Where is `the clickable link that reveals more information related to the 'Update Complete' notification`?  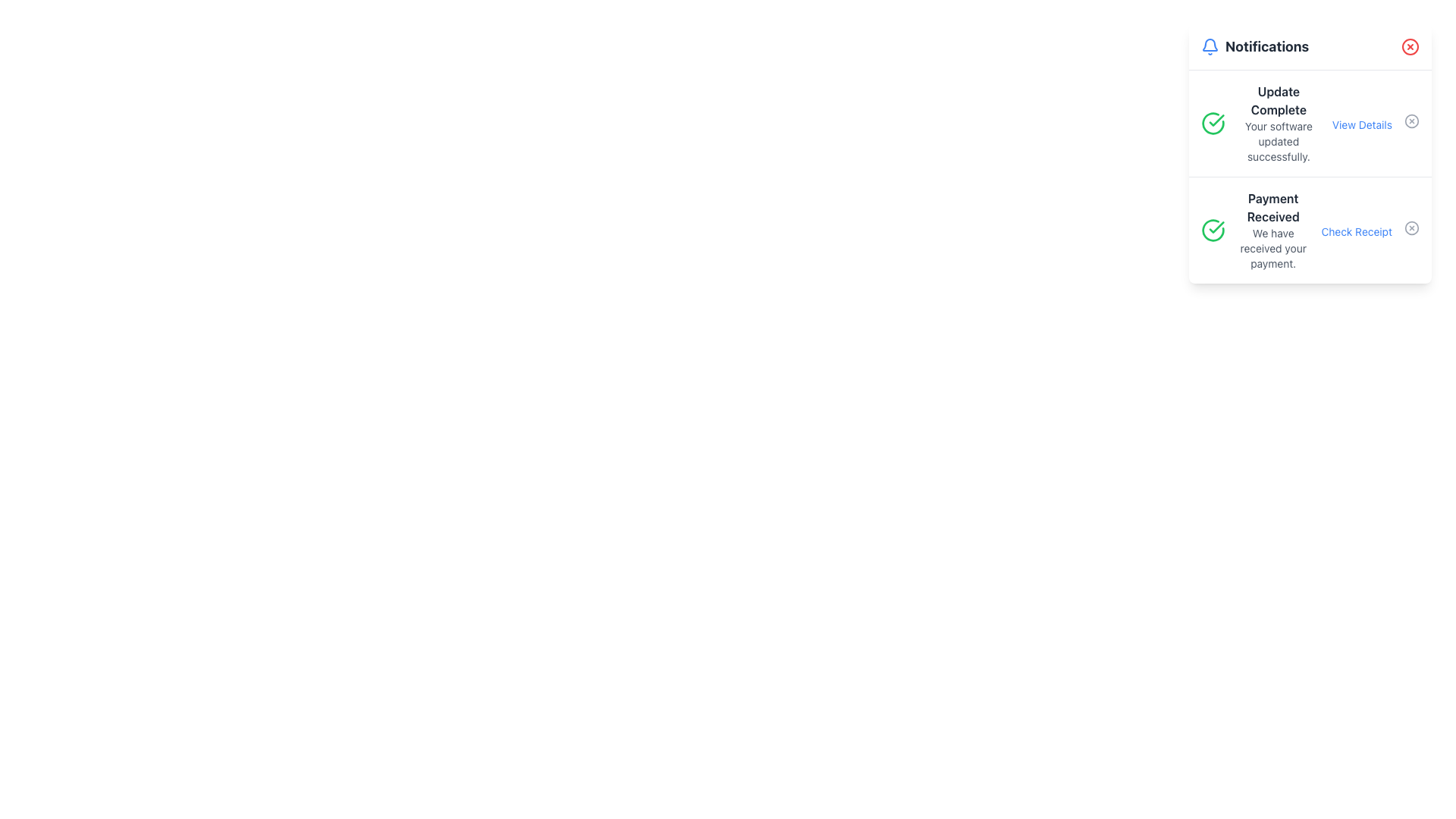
the clickable link that reveals more information related to the 'Update Complete' notification is located at coordinates (1362, 124).